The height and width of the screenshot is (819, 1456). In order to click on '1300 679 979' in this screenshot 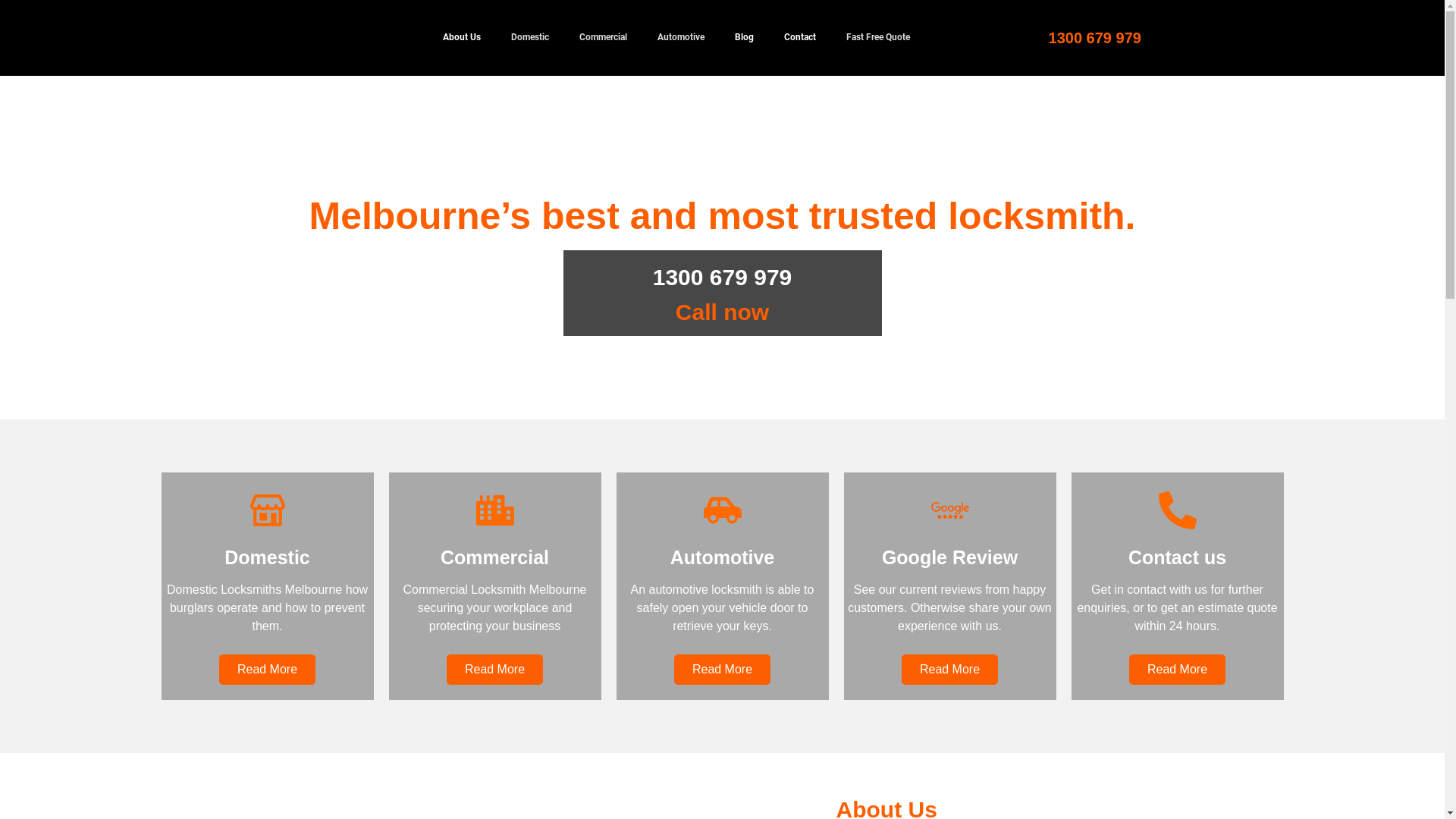, I will do `click(1095, 37)`.